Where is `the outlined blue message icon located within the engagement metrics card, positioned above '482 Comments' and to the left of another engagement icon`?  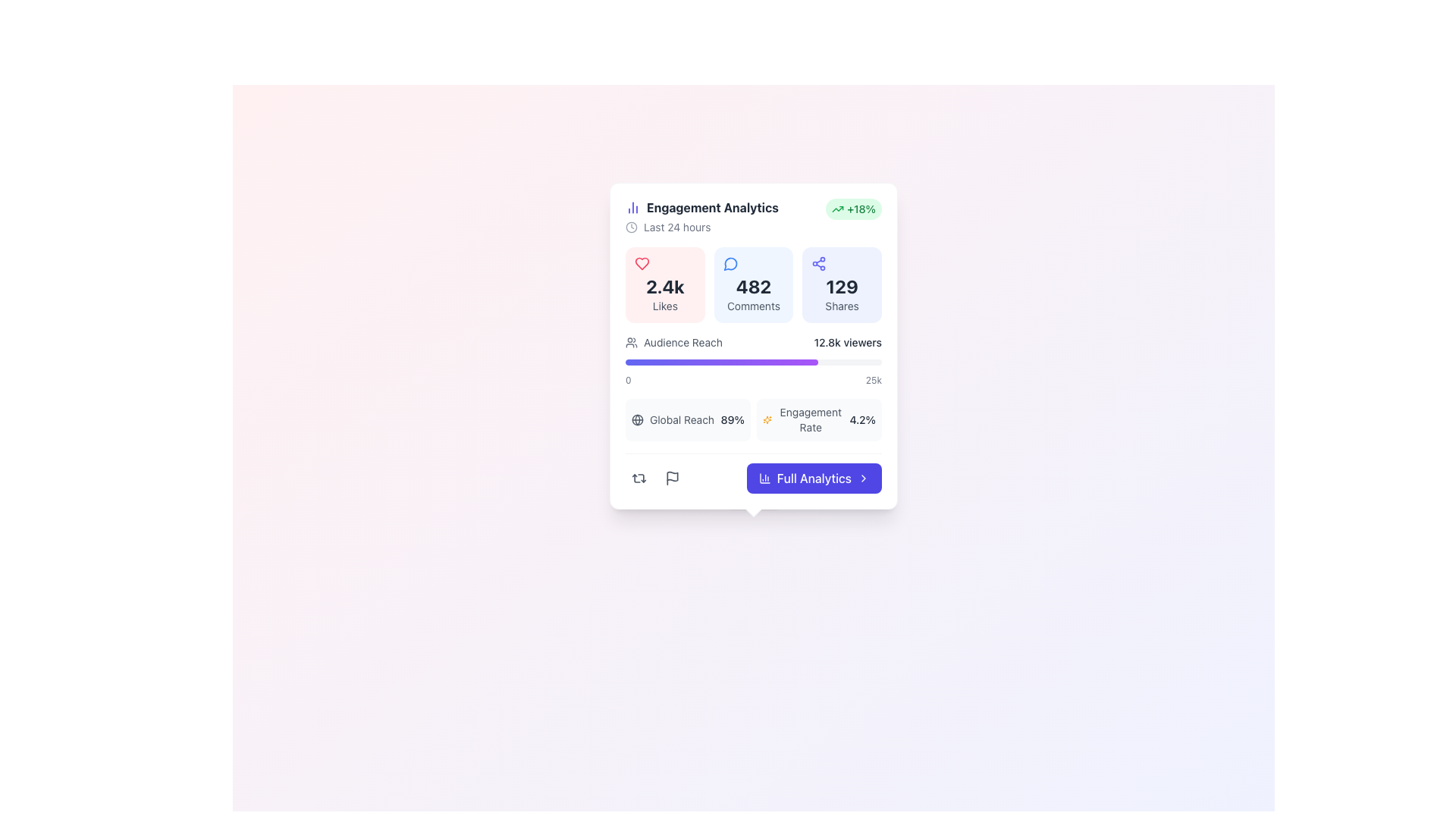
the outlined blue message icon located within the engagement metrics card, positioned above '482 Comments' and to the left of another engagement icon is located at coordinates (730, 262).